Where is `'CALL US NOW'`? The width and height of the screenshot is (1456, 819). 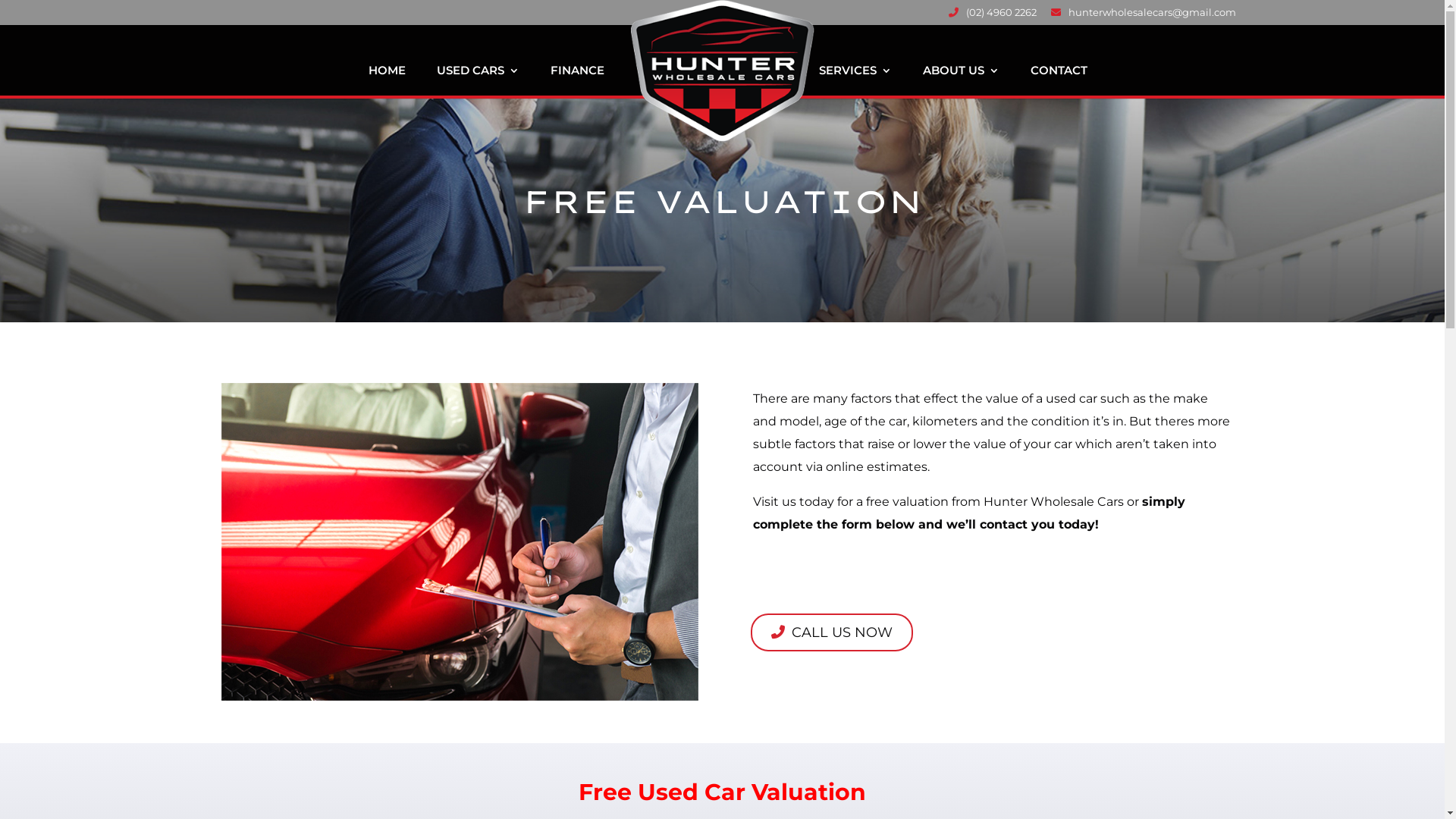 'CALL US NOW' is located at coordinates (831, 632).